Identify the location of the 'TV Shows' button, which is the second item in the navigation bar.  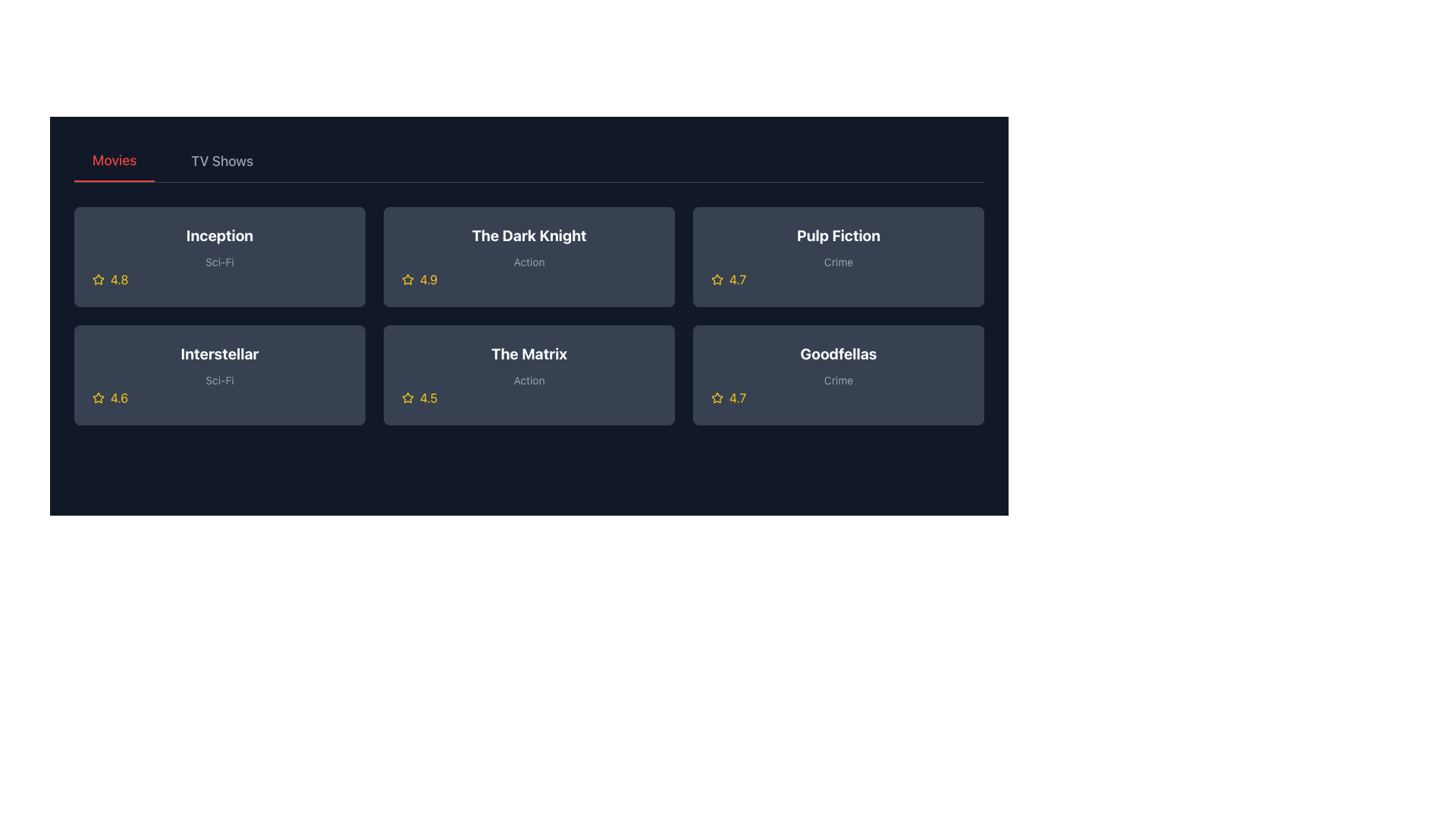
(221, 161).